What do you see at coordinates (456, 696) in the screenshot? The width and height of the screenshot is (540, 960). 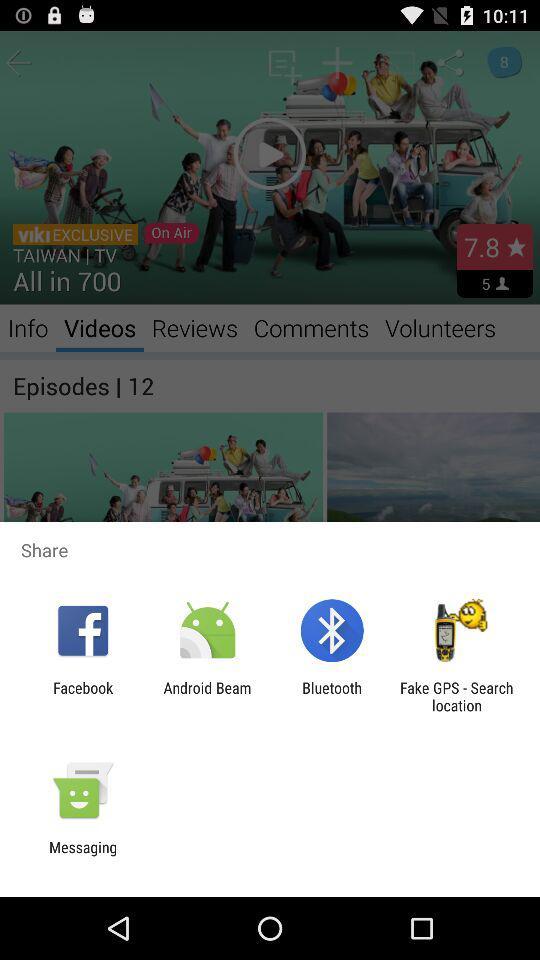 I see `the item next to bluetooth icon` at bounding box center [456, 696].